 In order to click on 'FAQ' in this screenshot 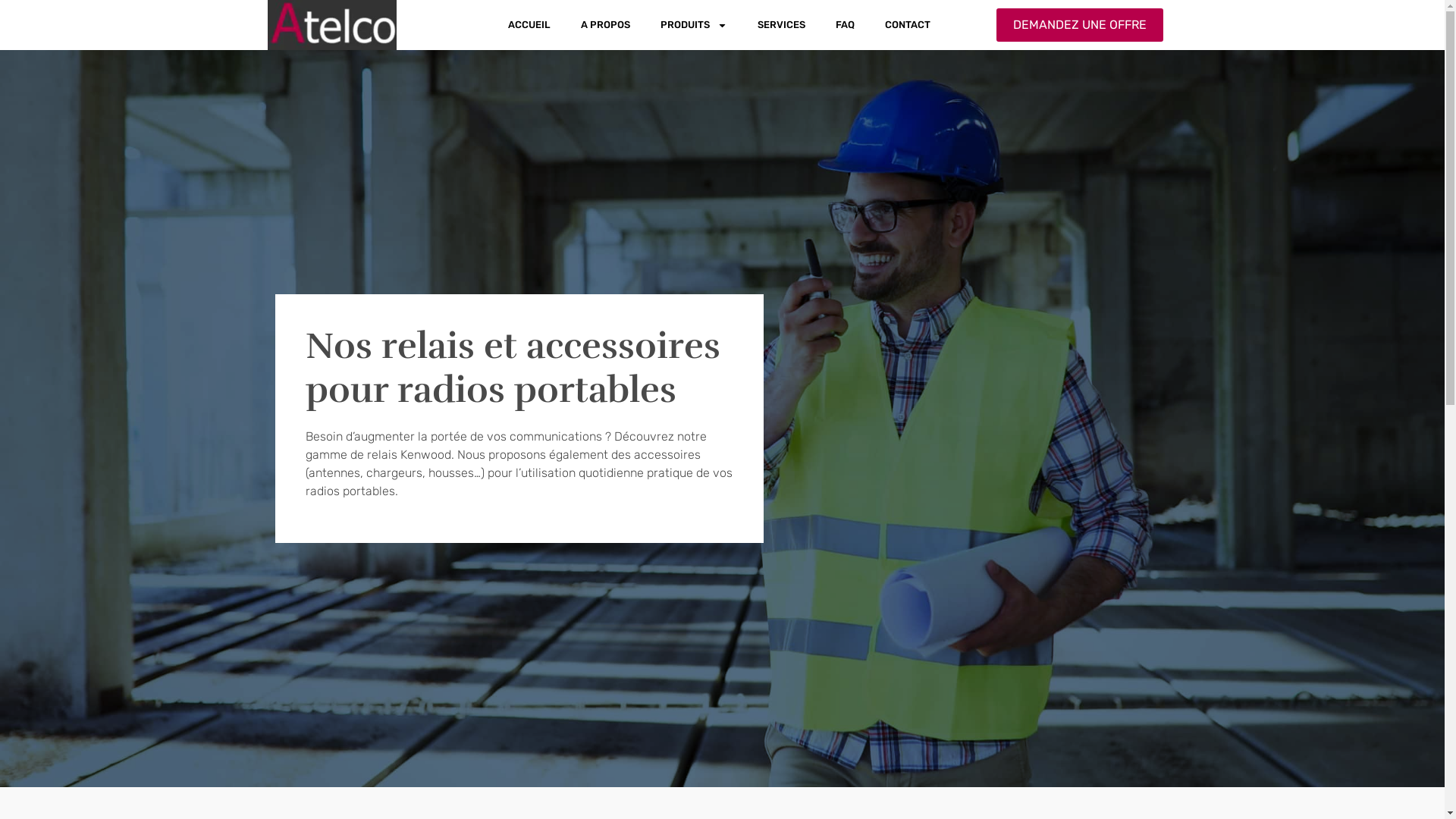, I will do `click(844, 25)`.